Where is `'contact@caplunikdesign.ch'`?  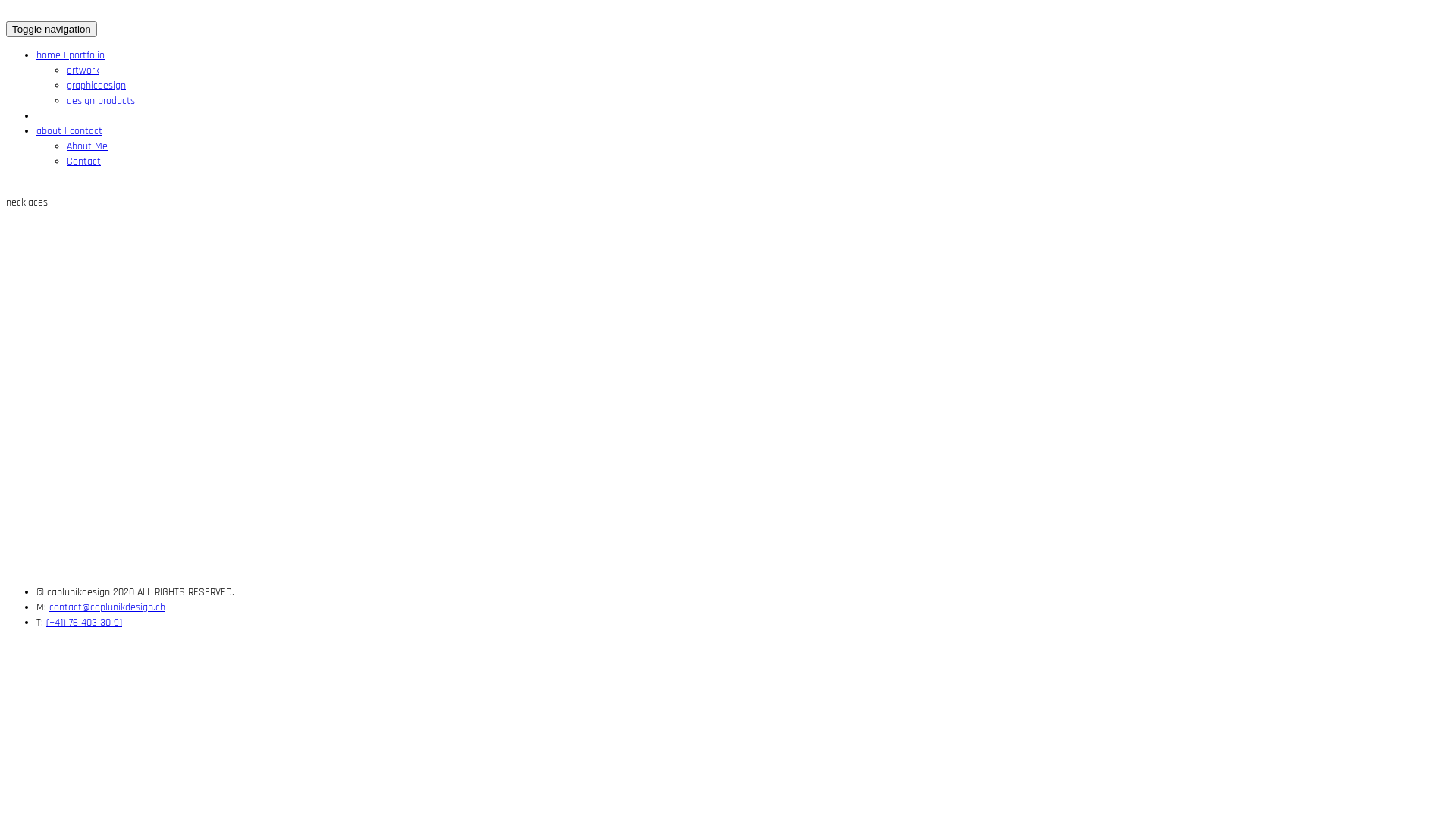
'contact@caplunikdesign.ch' is located at coordinates (106, 607).